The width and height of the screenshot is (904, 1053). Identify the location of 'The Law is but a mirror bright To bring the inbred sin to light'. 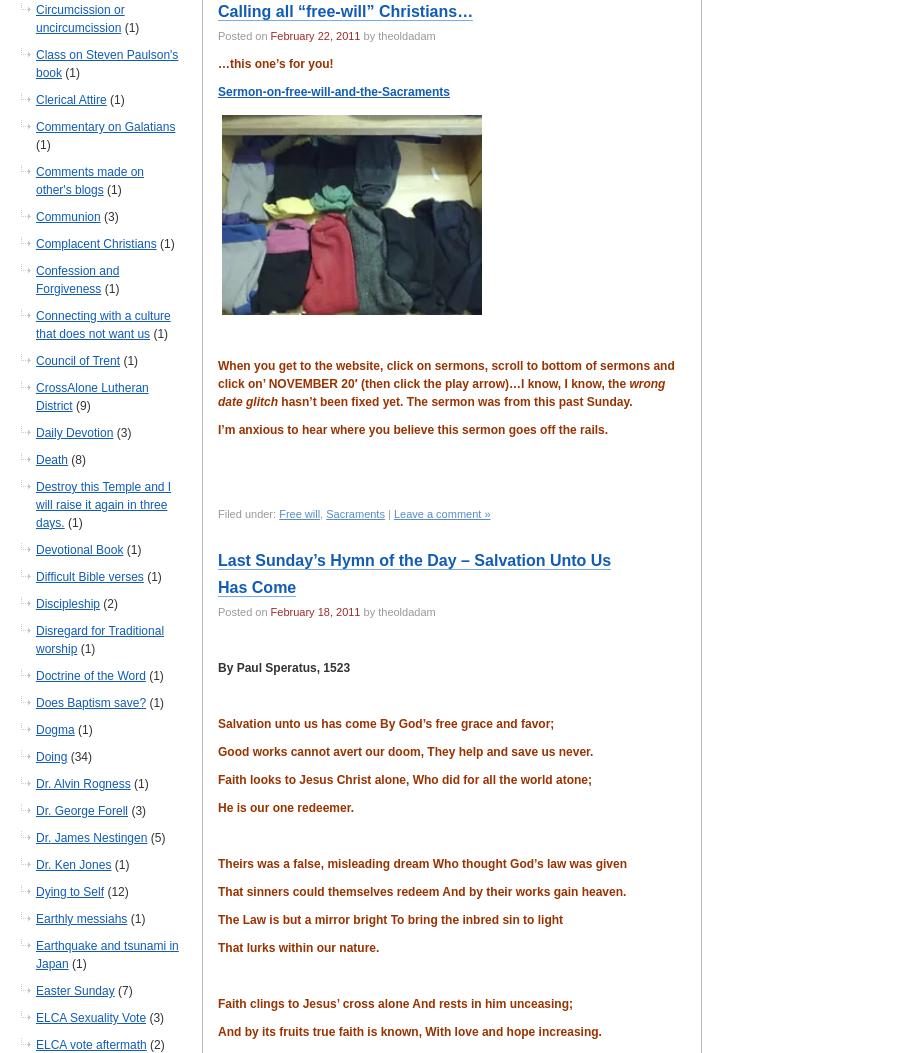
(389, 919).